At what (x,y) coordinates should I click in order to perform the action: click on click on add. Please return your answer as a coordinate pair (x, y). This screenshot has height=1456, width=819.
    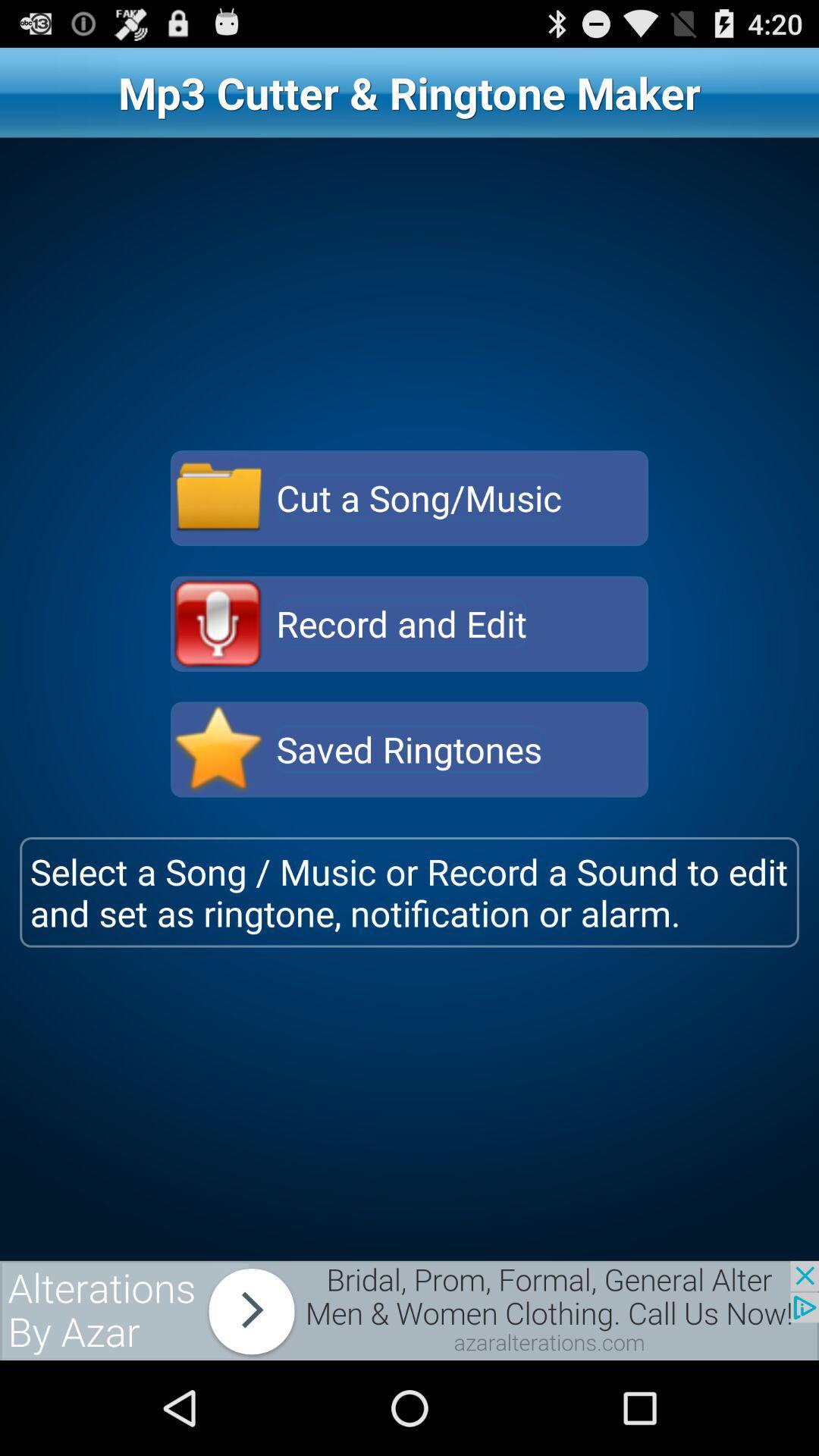
    Looking at the image, I should click on (409, 1310).